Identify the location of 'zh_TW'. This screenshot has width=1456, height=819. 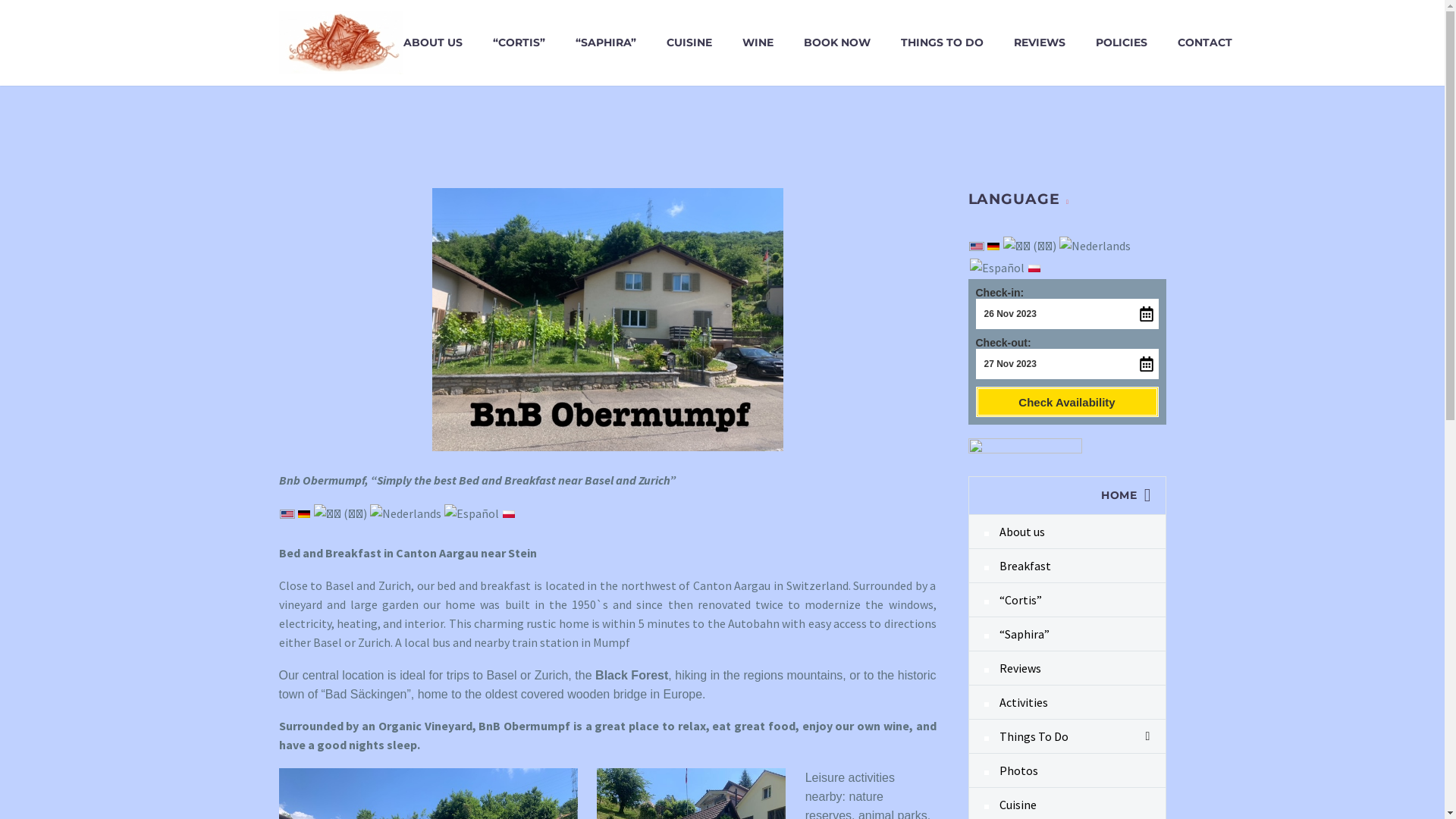
(1029, 245).